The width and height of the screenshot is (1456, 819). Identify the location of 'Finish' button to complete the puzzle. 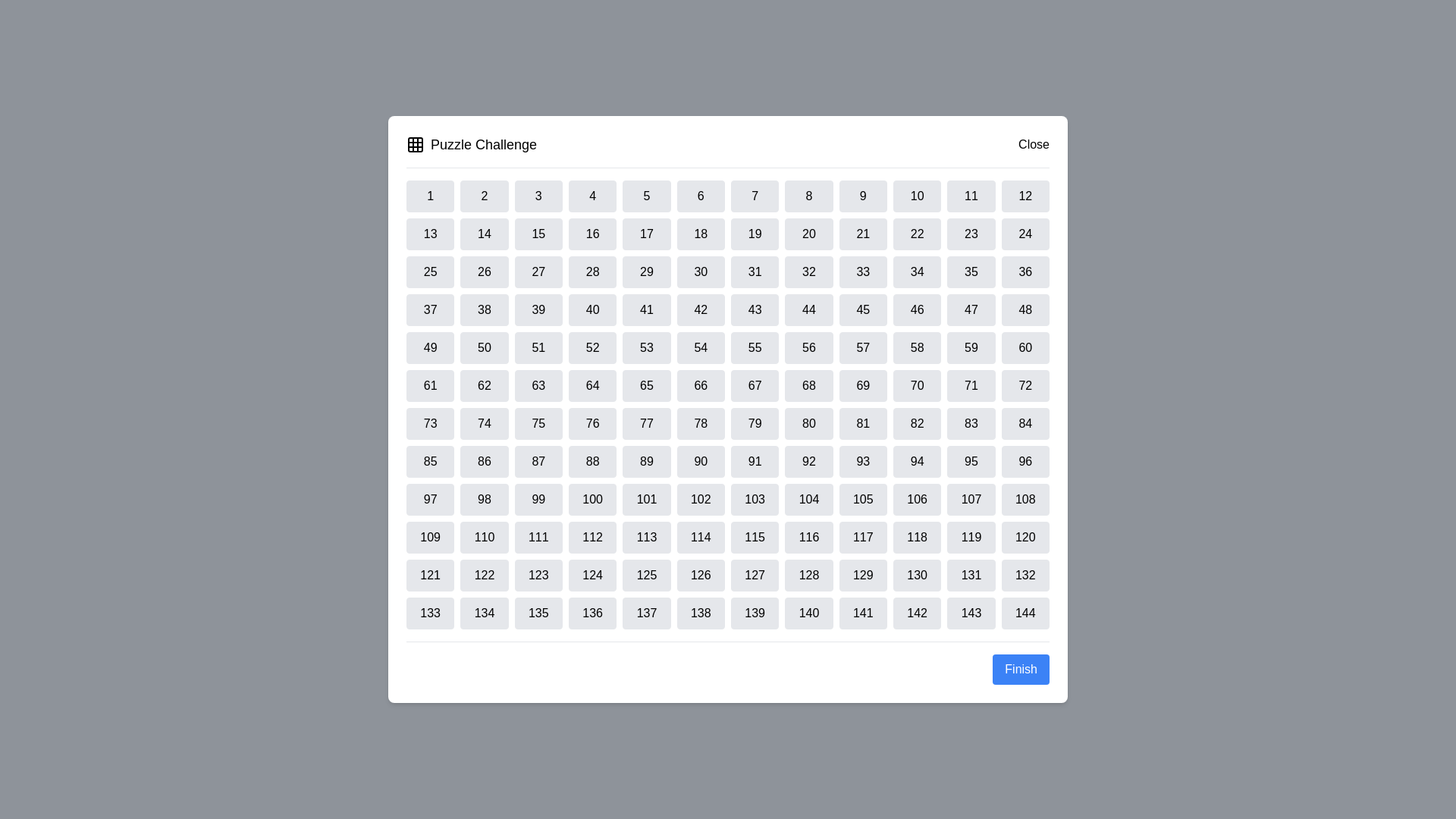
(1020, 669).